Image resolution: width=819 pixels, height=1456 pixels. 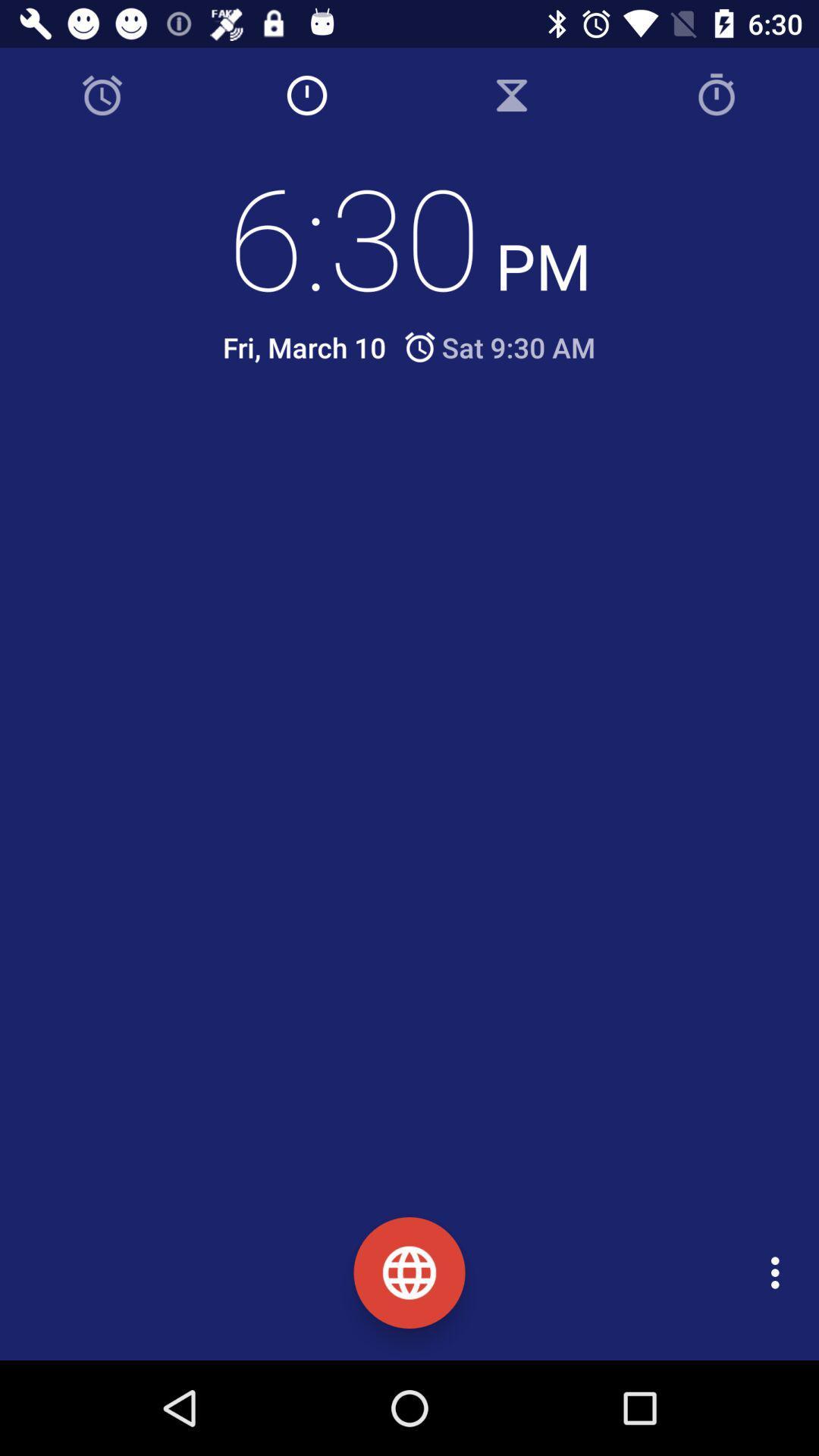 What do you see at coordinates (779, 1272) in the screenshot?
I see `the item at the bottom right corner` at bounding box center [779, 1272].